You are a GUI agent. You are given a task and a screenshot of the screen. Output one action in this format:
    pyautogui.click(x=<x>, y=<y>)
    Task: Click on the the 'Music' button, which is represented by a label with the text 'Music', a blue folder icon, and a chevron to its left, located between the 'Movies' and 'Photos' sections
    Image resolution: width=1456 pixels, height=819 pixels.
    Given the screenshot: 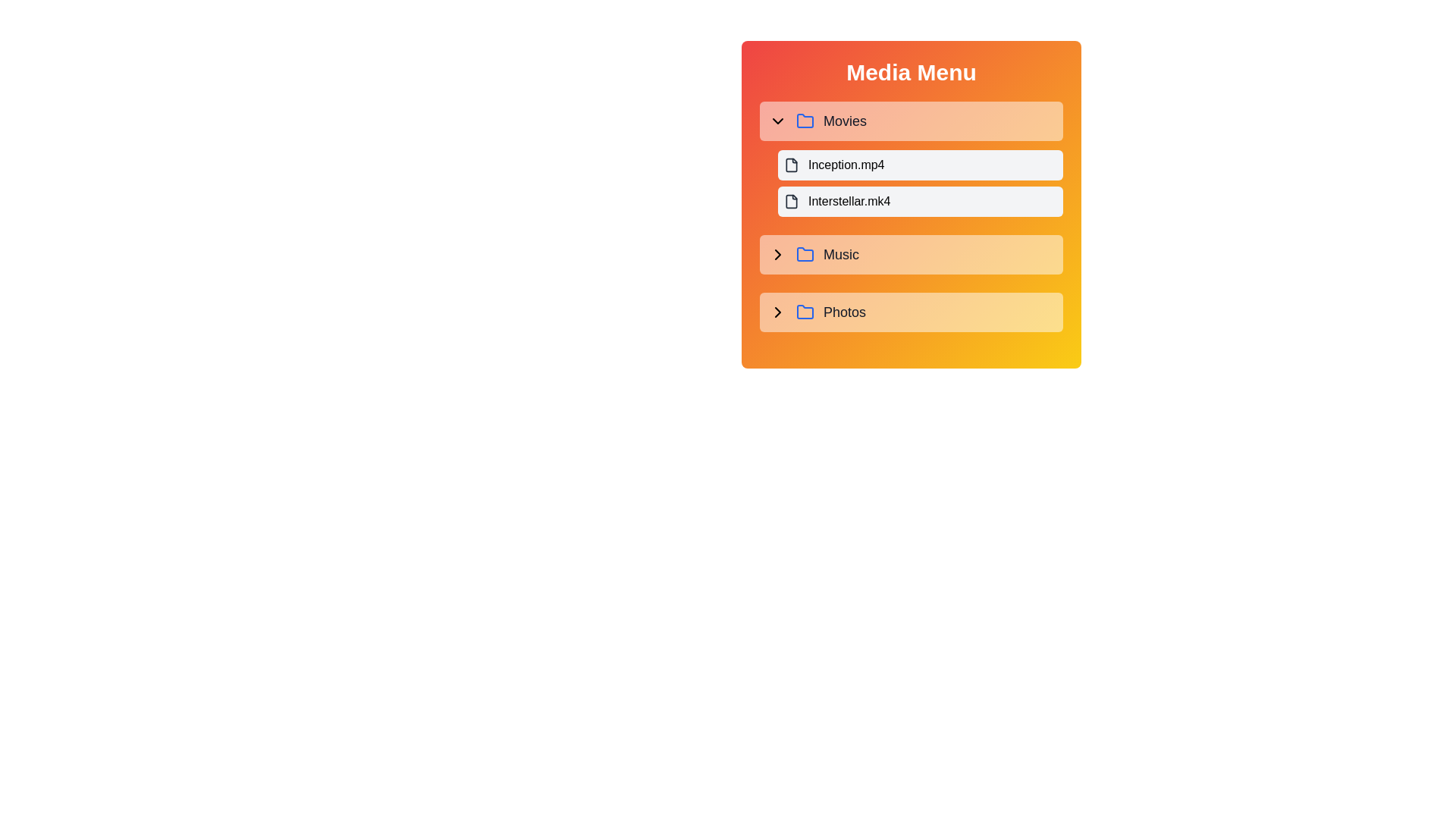 What is the action you would take?
    pyautogui.click(x=813, y=253)
    